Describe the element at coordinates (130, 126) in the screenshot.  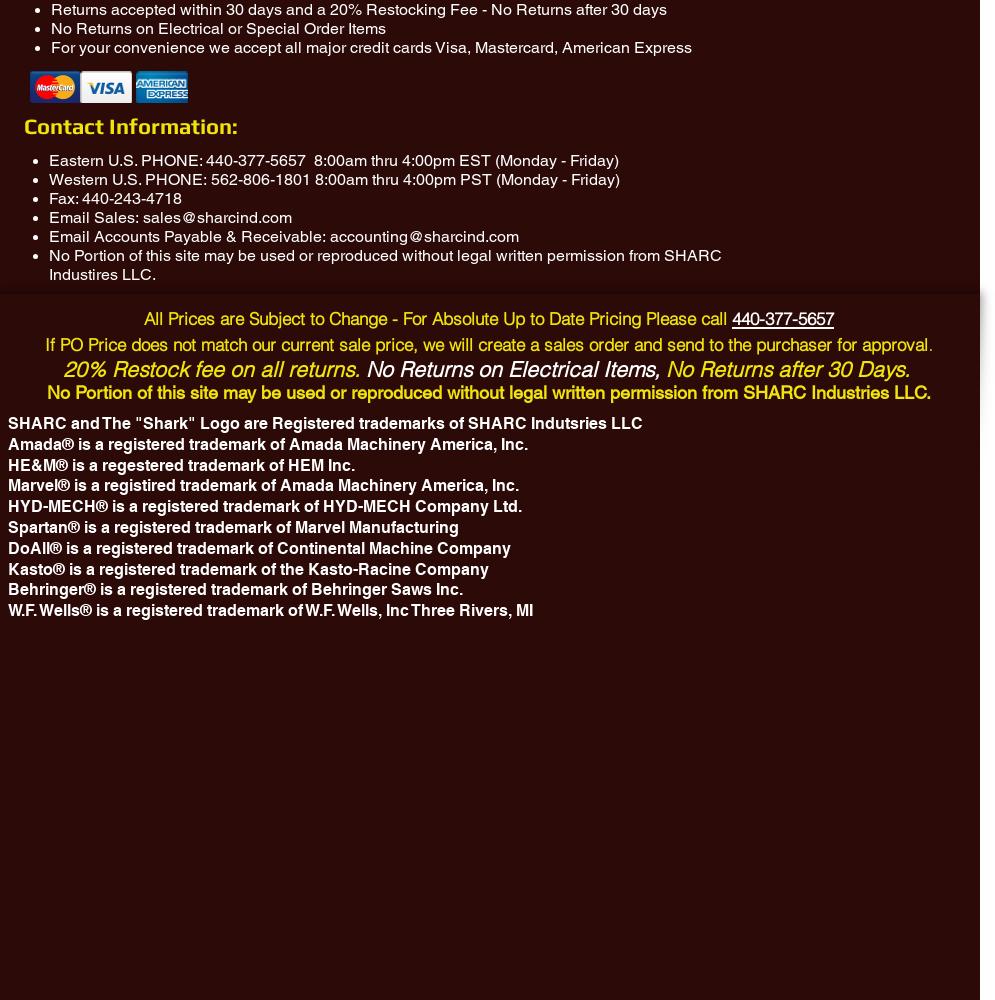
I see `'Contact Information:'` at that location.